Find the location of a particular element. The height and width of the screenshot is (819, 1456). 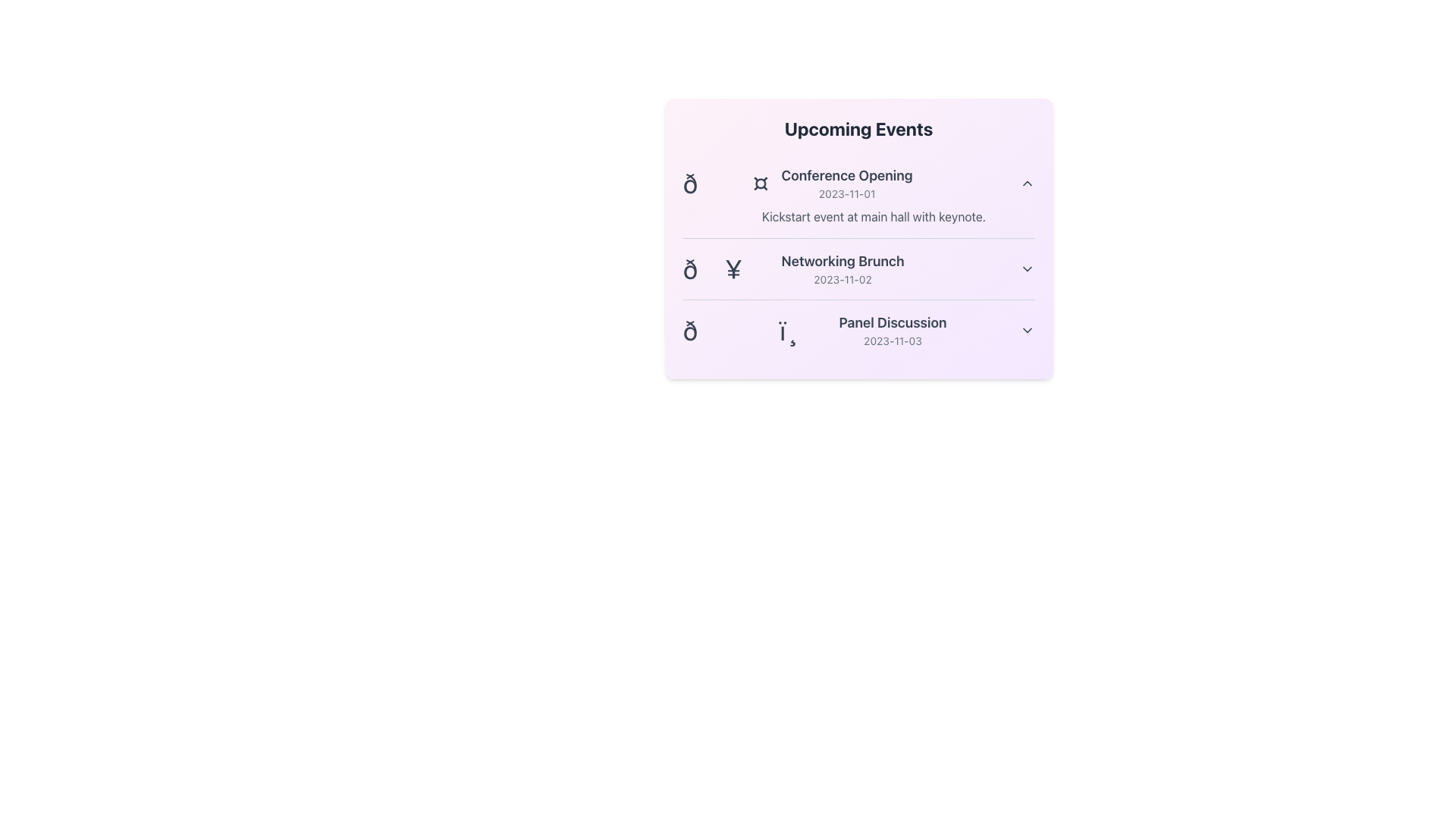

the 'Conference Opening' Event List Item located at the top of the 'Upcoming Events' card is located at coordinates (797, 183).